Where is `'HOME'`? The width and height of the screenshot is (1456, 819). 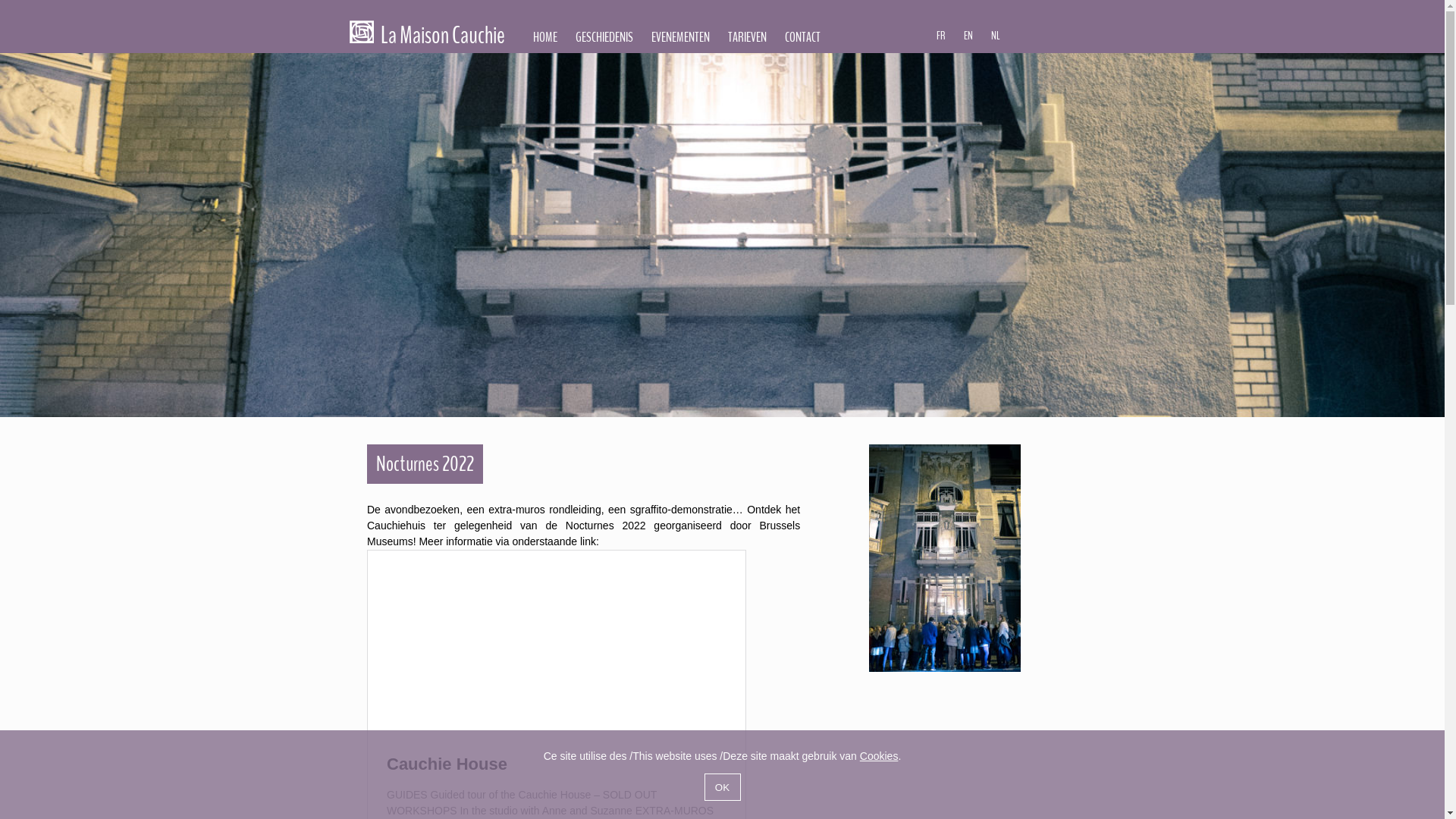
'HOME' is located at coordinates (545, 36).